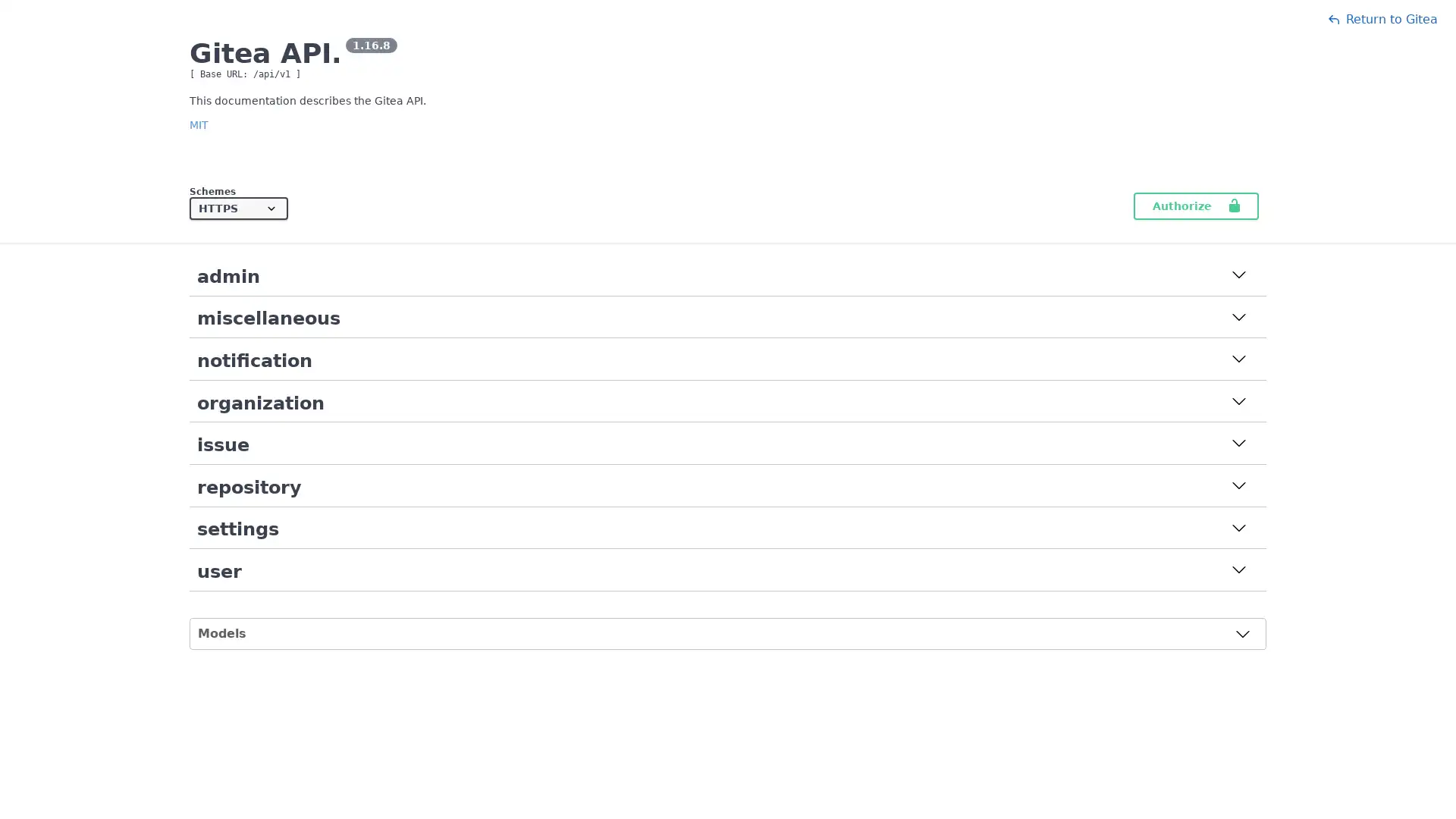  Describe the element at coordinates (1238, 571) in the screenshot. I see `Expand operation` at that location.